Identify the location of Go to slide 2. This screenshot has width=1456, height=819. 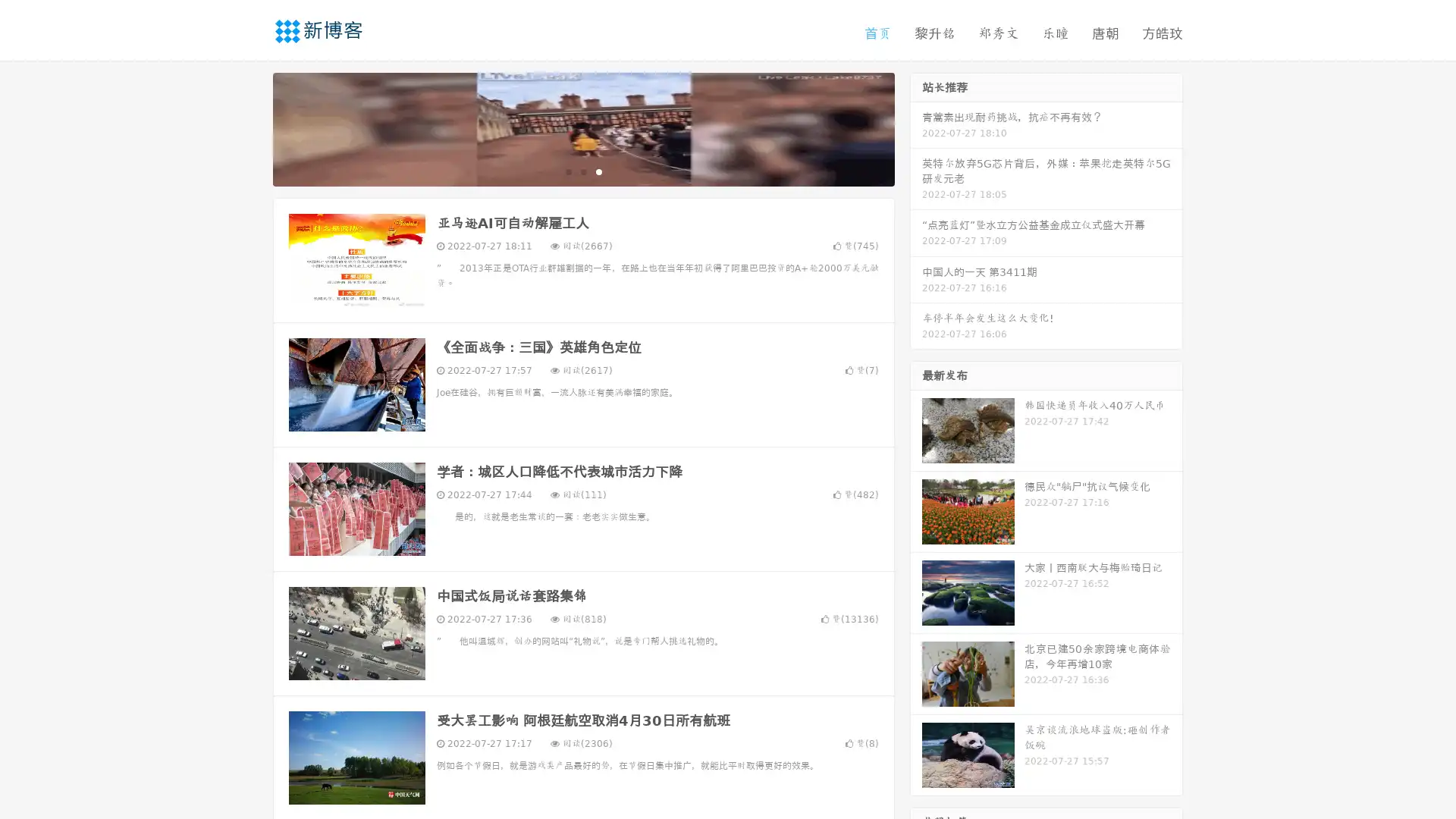
(582, 171).